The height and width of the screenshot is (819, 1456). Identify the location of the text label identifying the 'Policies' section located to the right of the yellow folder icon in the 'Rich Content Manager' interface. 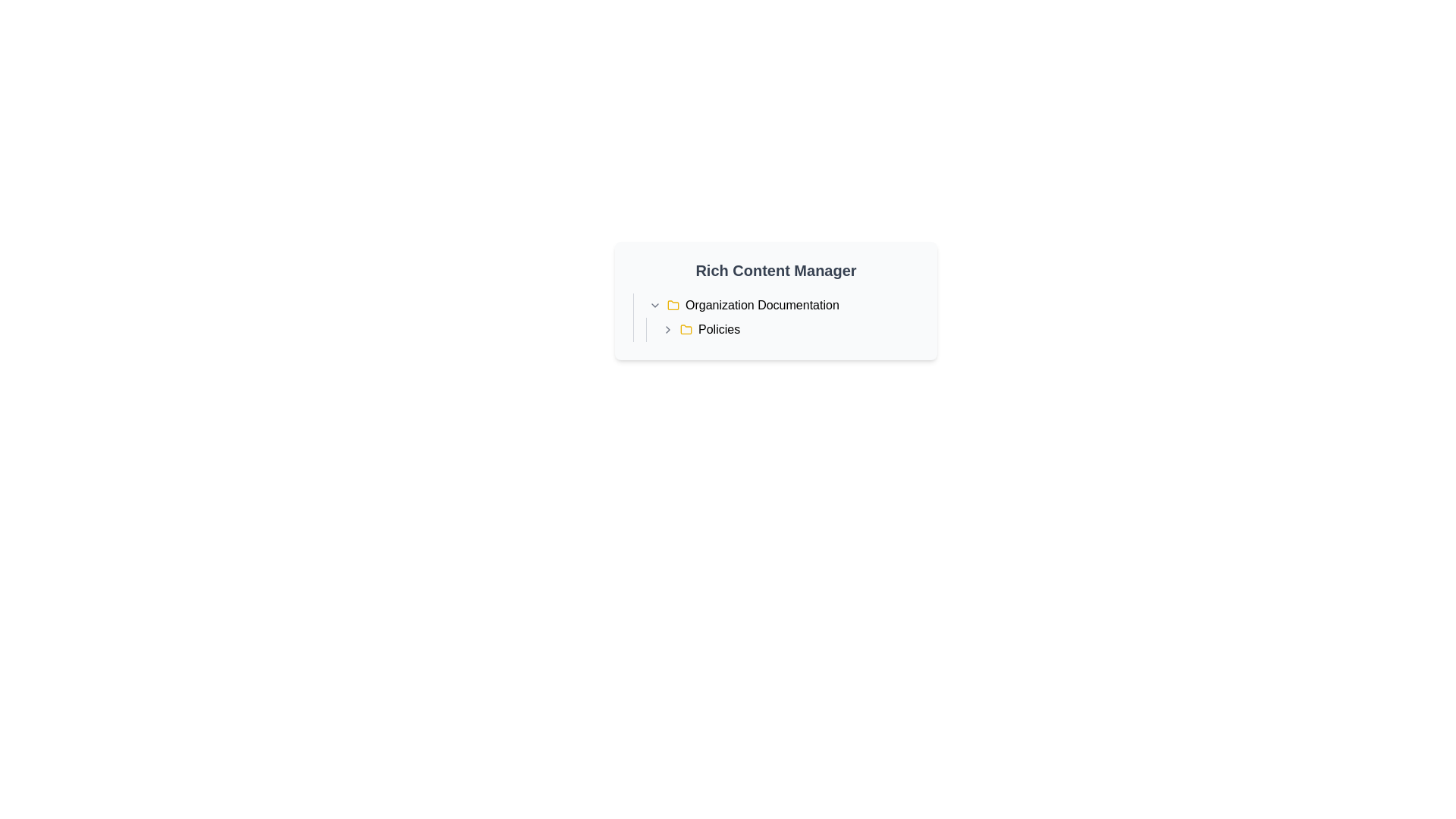
(718, 329).